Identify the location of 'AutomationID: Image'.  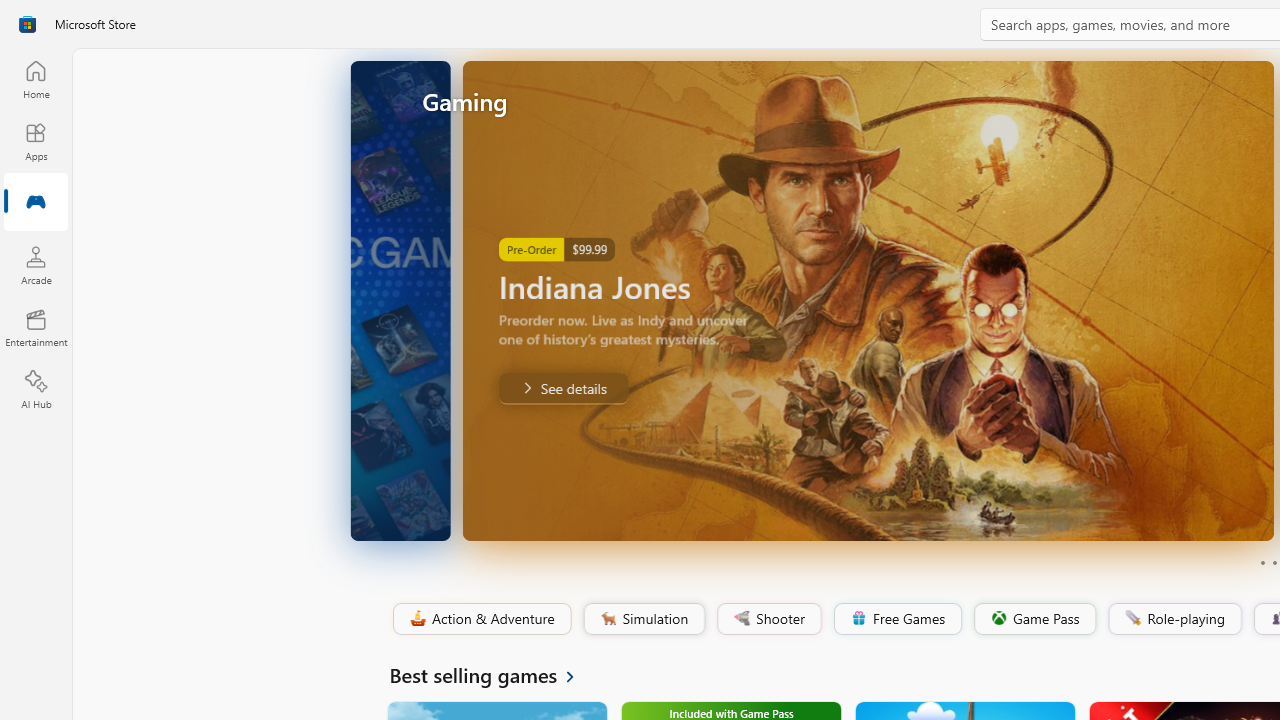
(815, 300).